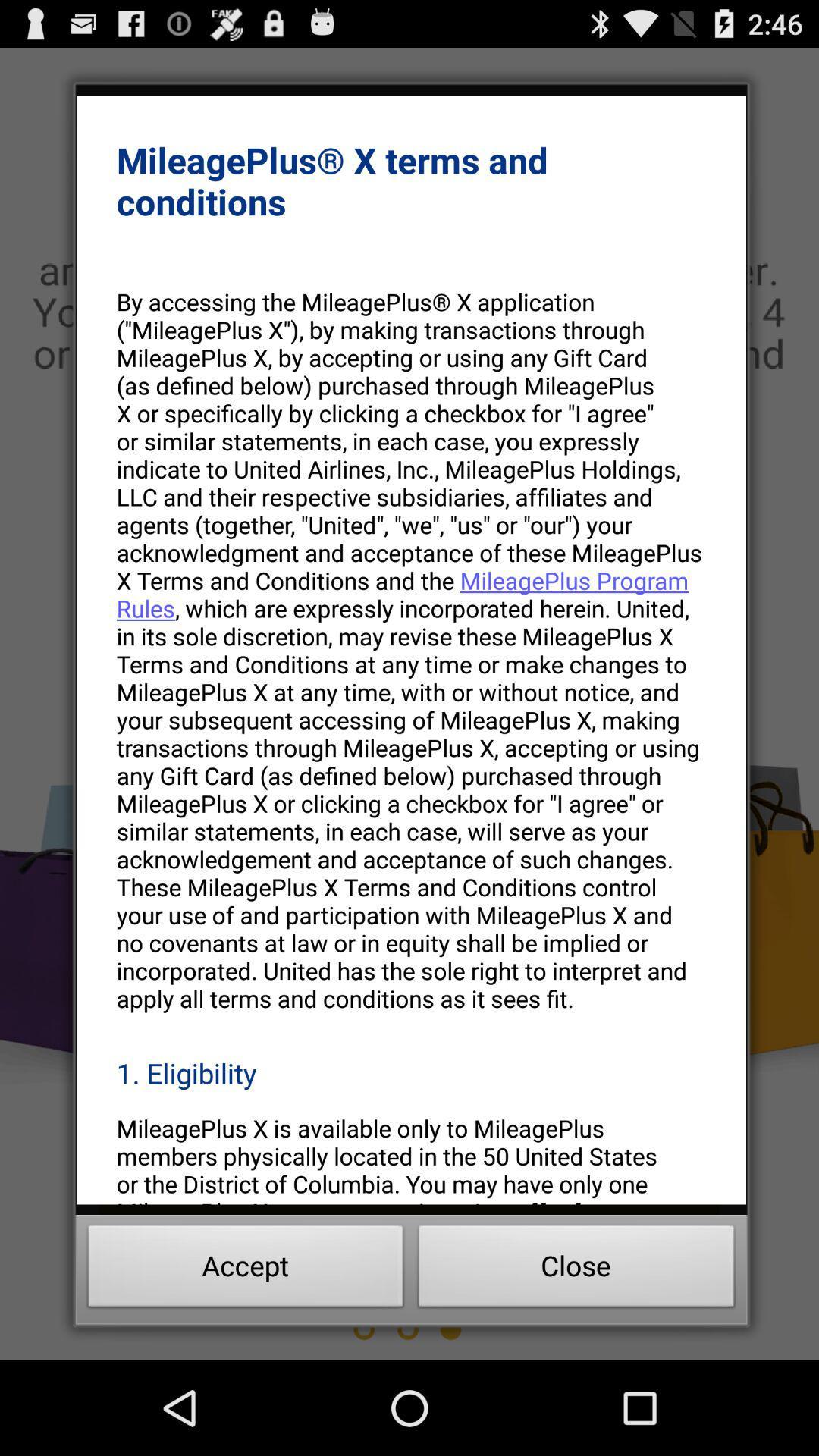 The image size is (819, 1456). What do you see at coordinates (245, 1270) in the screenshot?
I see `the app below the mileageplus x is app` at bounding box center [245, 1270].